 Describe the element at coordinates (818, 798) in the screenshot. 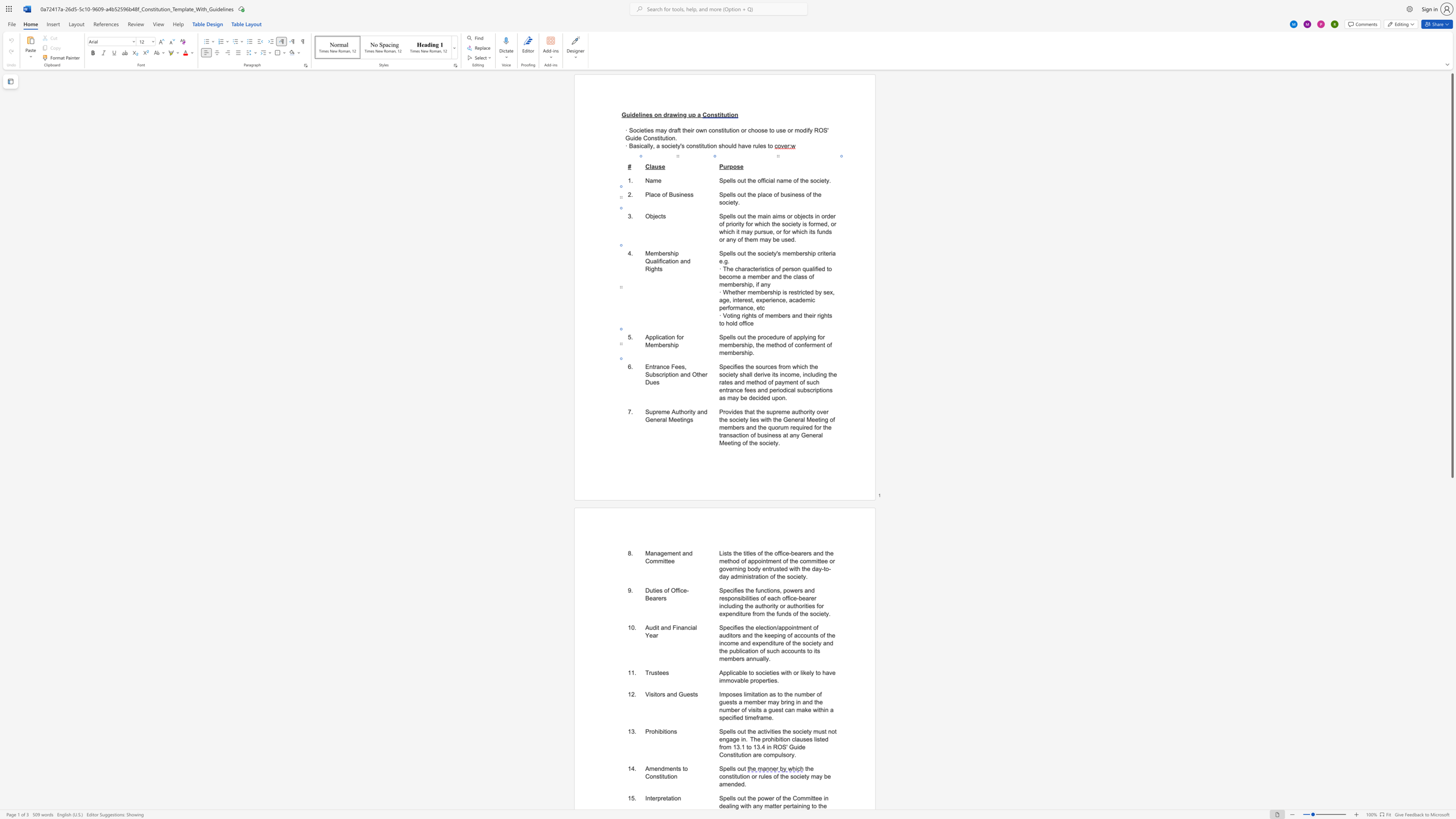

I see `the space between the continuous character "e" and "e" in the text` at that location.